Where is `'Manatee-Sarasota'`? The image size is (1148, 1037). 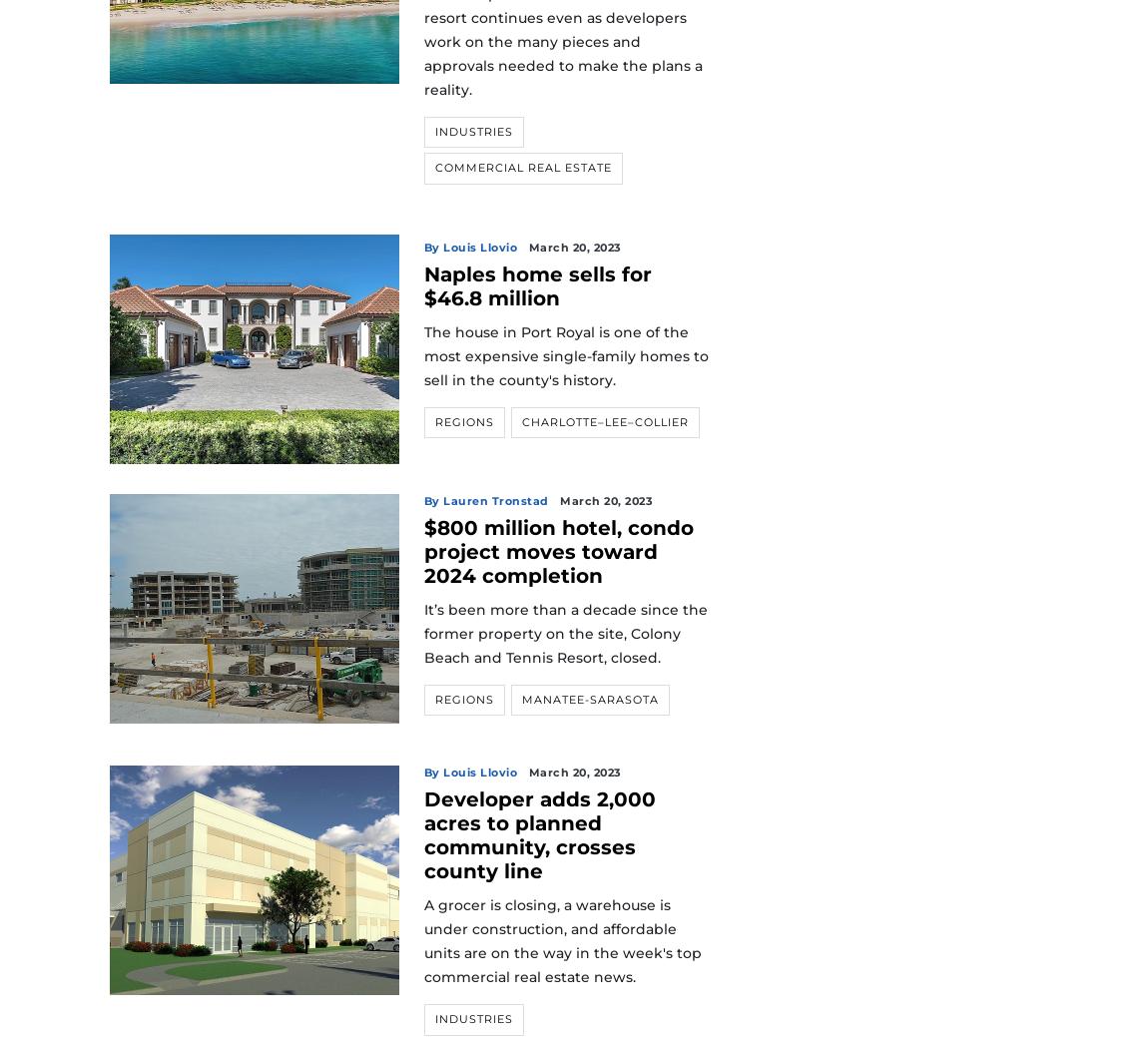
'Manatee-Sarasota' is located at coordinates (588, 697).